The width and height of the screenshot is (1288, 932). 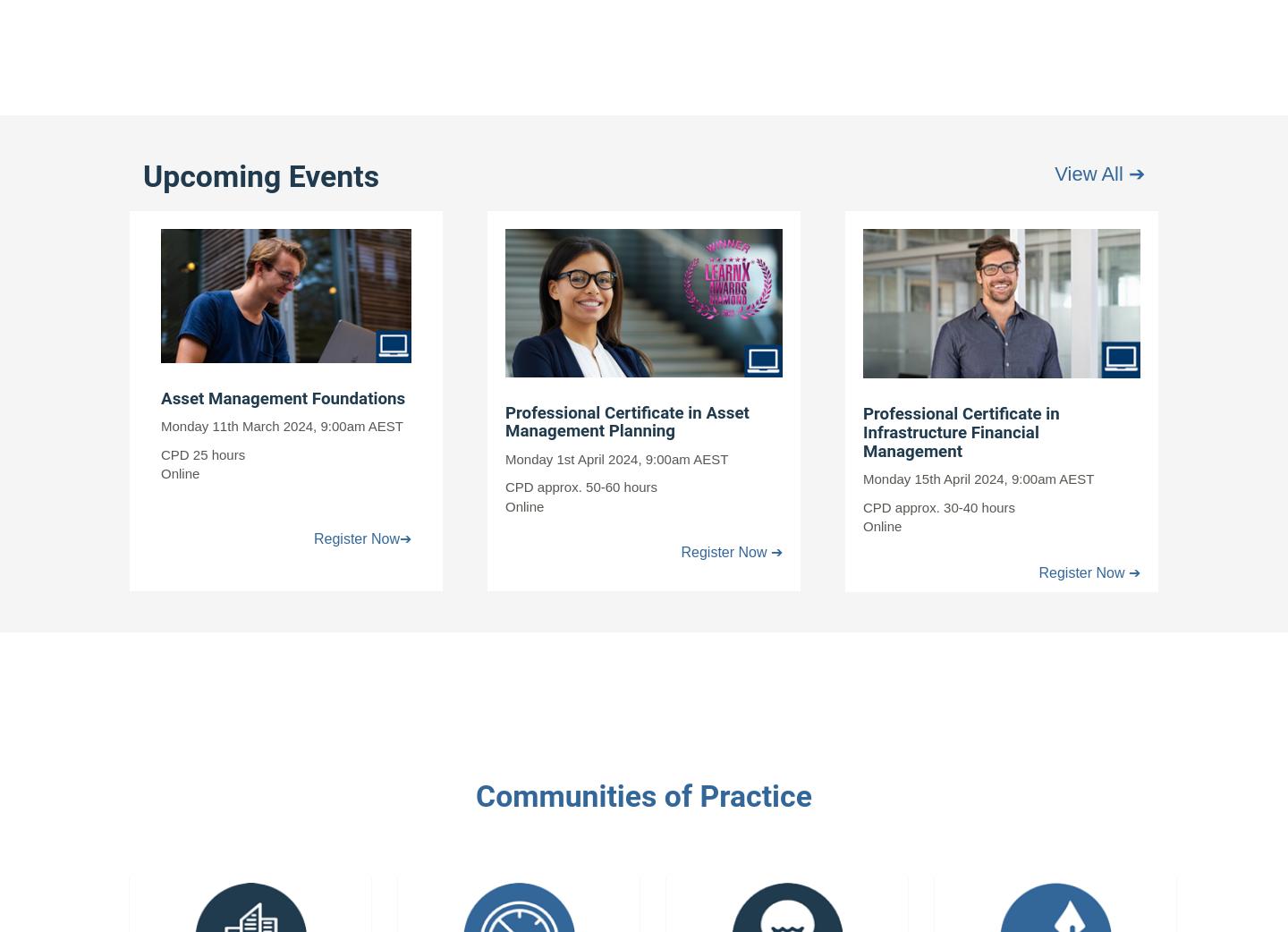 I want to click on 'CPD approx. 30-40 hours', so click(x=861, y=505).